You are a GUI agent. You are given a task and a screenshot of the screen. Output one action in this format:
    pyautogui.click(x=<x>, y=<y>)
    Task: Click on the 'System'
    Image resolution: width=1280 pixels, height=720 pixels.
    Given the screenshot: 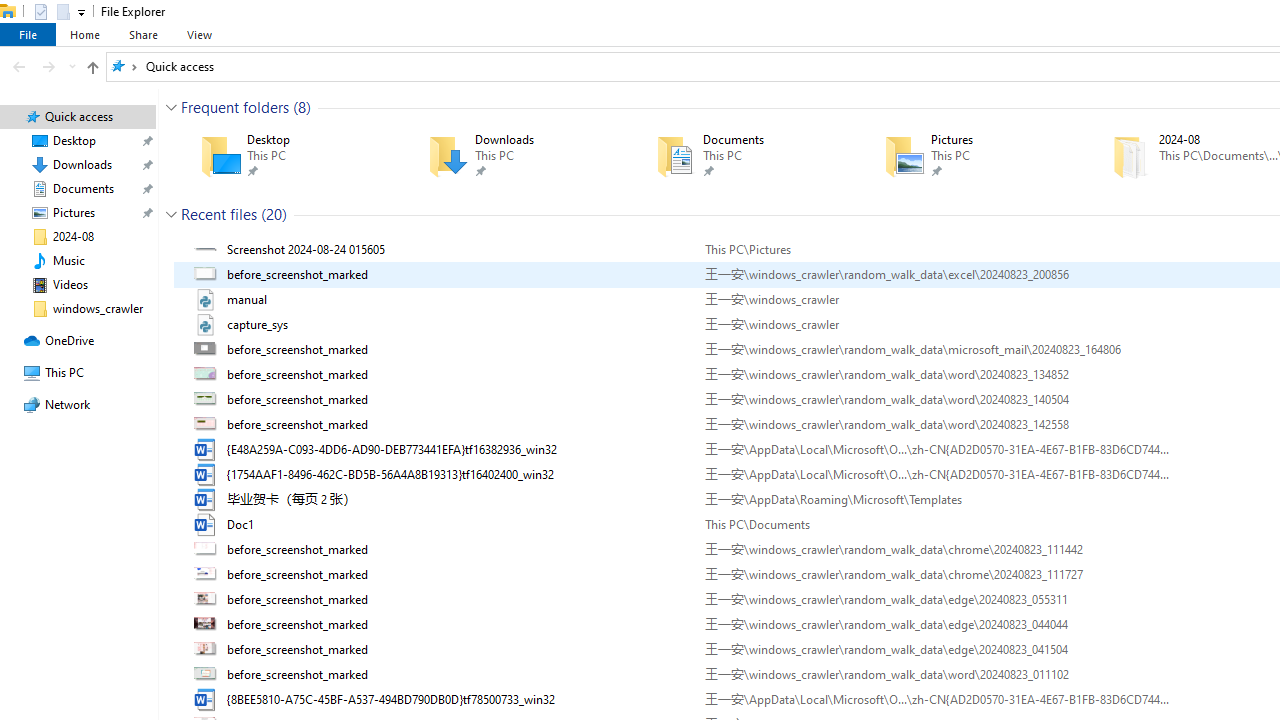 What is the action you would take?
    pyautogui.click(x=10, y=11)
    